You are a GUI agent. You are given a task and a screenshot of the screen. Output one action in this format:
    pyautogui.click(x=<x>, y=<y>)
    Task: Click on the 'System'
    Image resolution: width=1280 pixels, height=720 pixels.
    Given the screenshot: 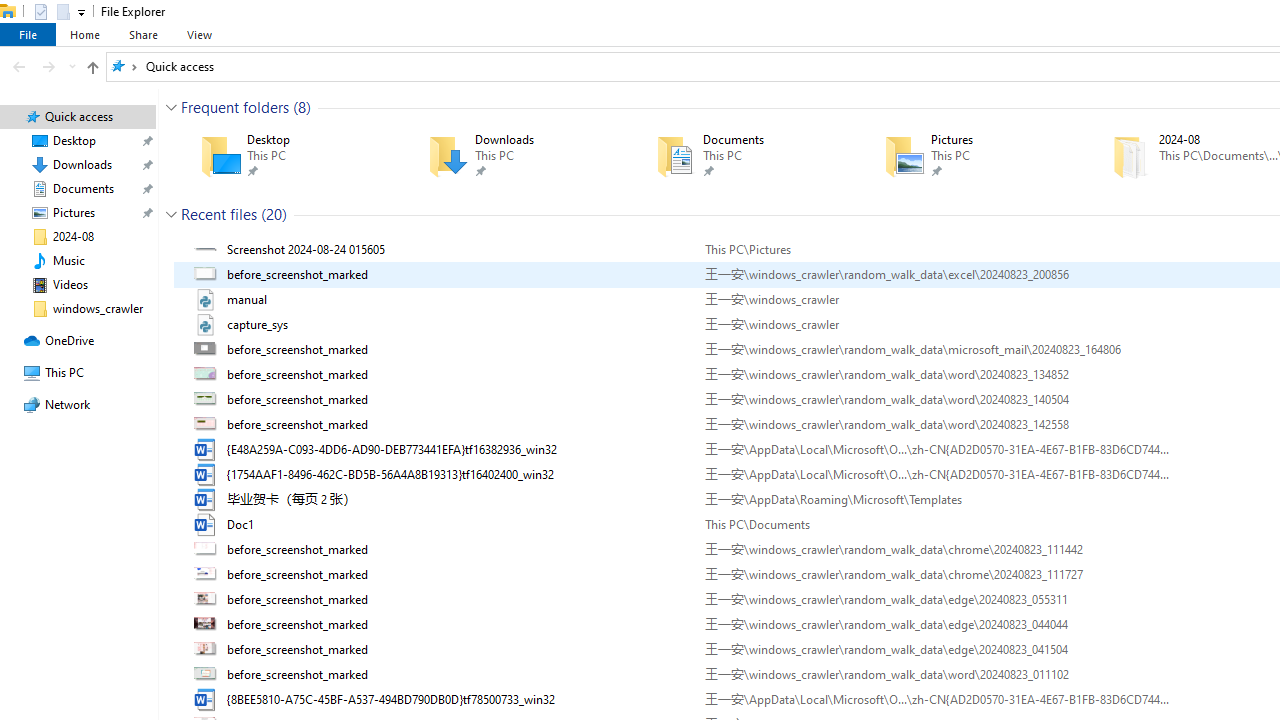 What is the action you would take?
    pyautogui.click(x=10, y=11)
    